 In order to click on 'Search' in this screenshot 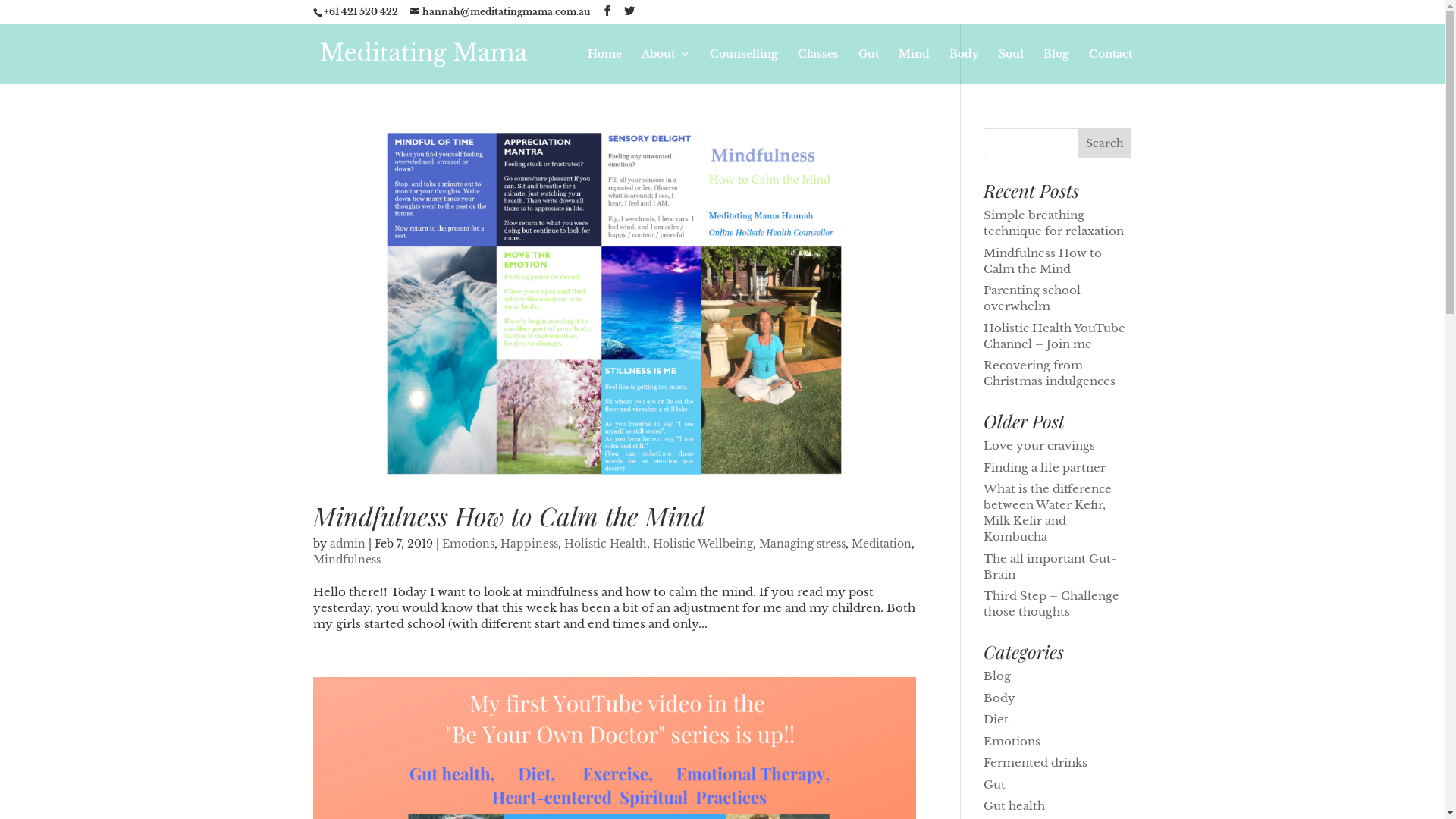, I will do `click(1105, 143)`.